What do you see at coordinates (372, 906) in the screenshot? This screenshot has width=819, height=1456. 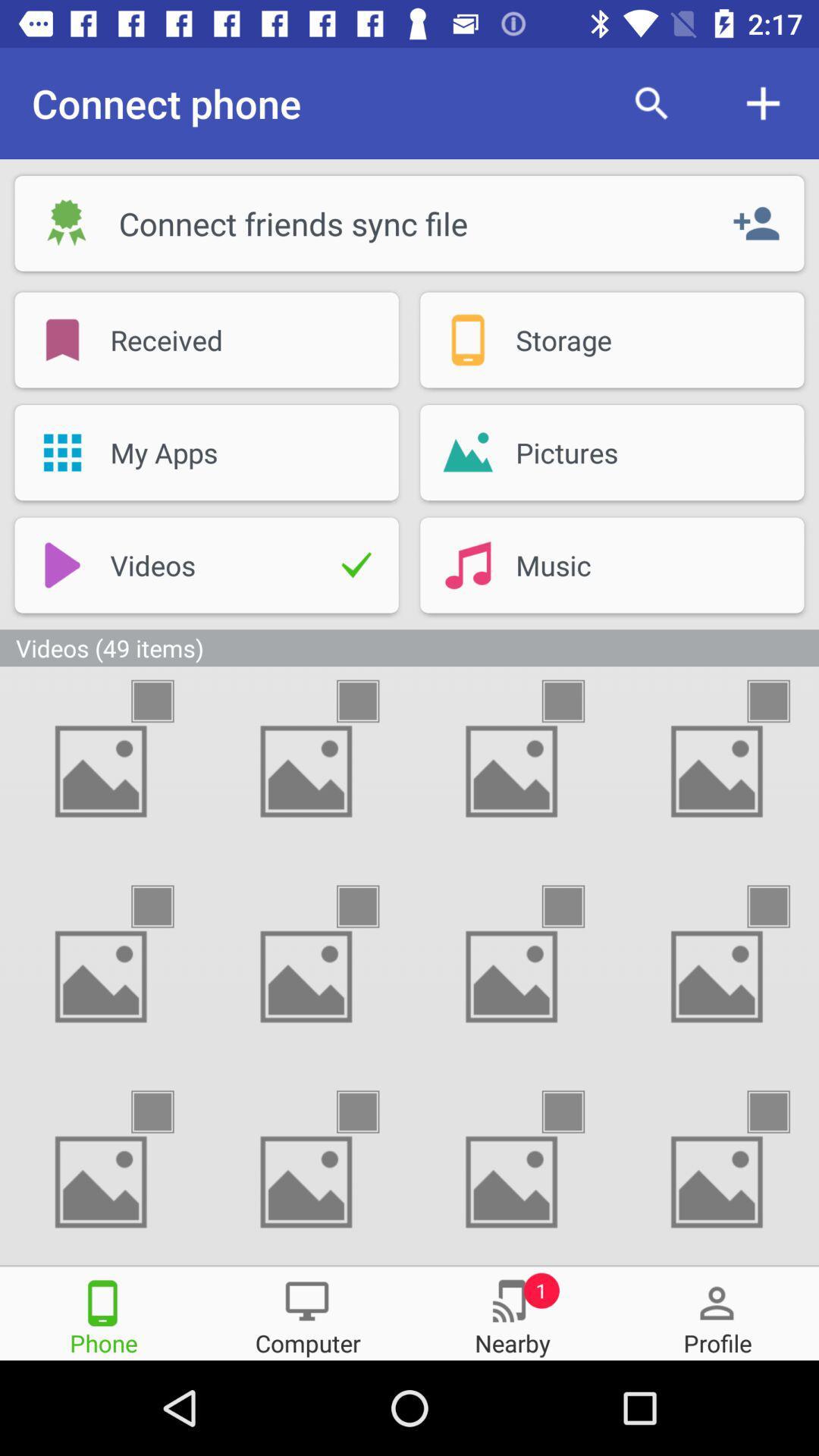 I see `check thumbnail to select` at bounding box center [372, 906].